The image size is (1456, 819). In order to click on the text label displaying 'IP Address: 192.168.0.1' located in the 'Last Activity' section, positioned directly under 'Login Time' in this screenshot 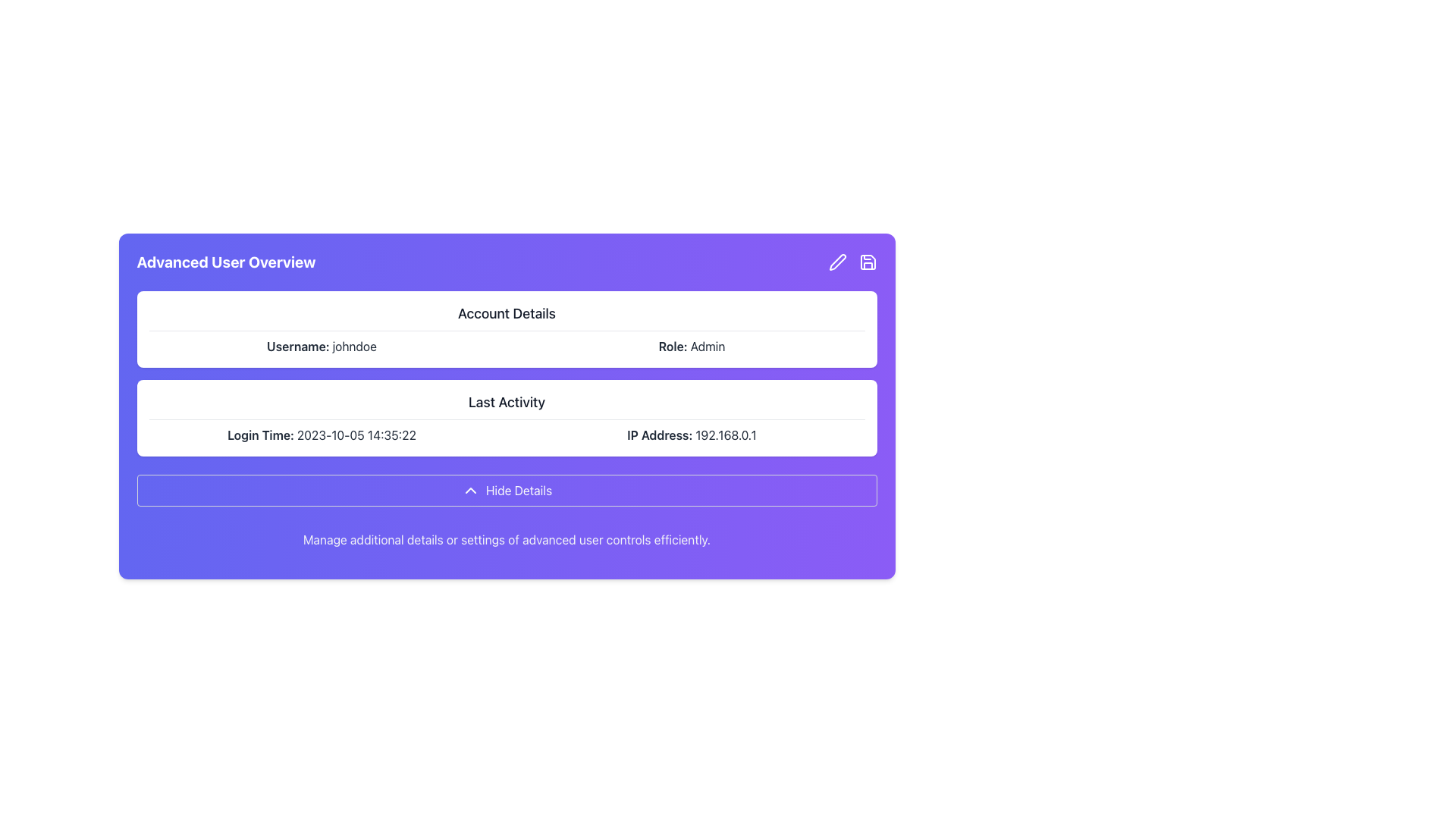, I will do `click(691, 435)`.